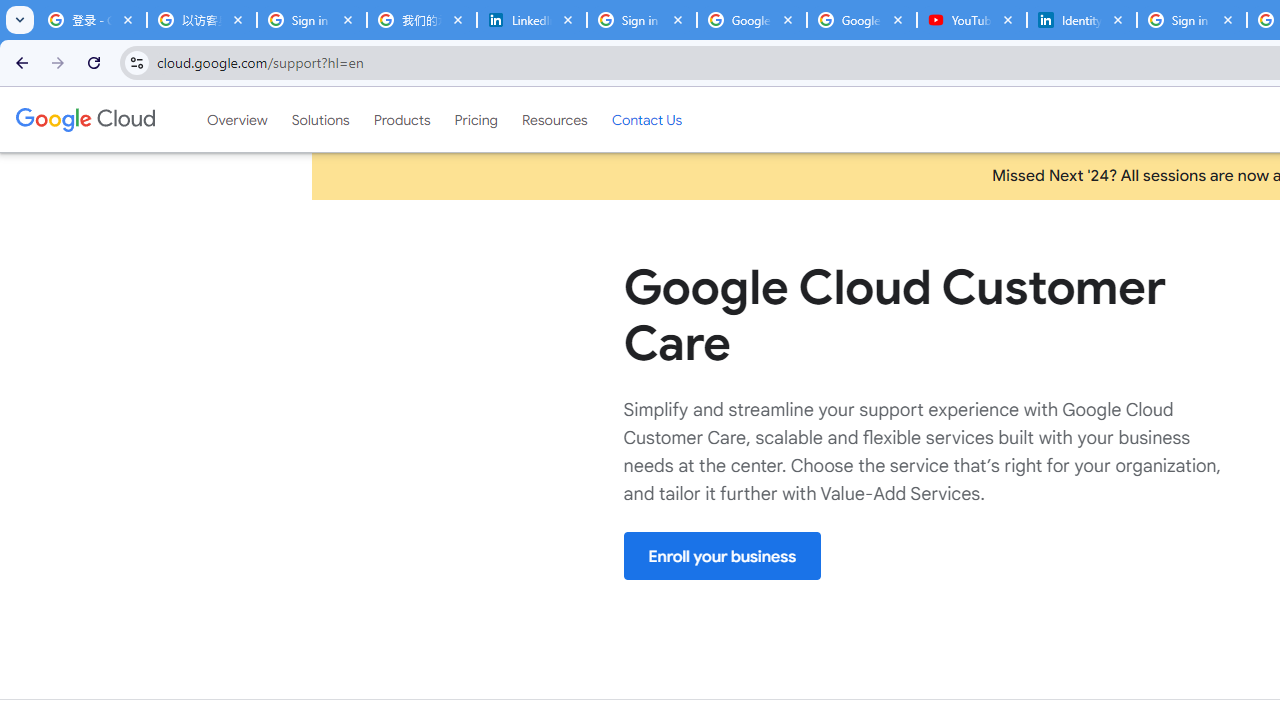  What do you see at coordinates (400, 119) in the screenshot?
I see `'Products'` at bounding box center [400, 119].